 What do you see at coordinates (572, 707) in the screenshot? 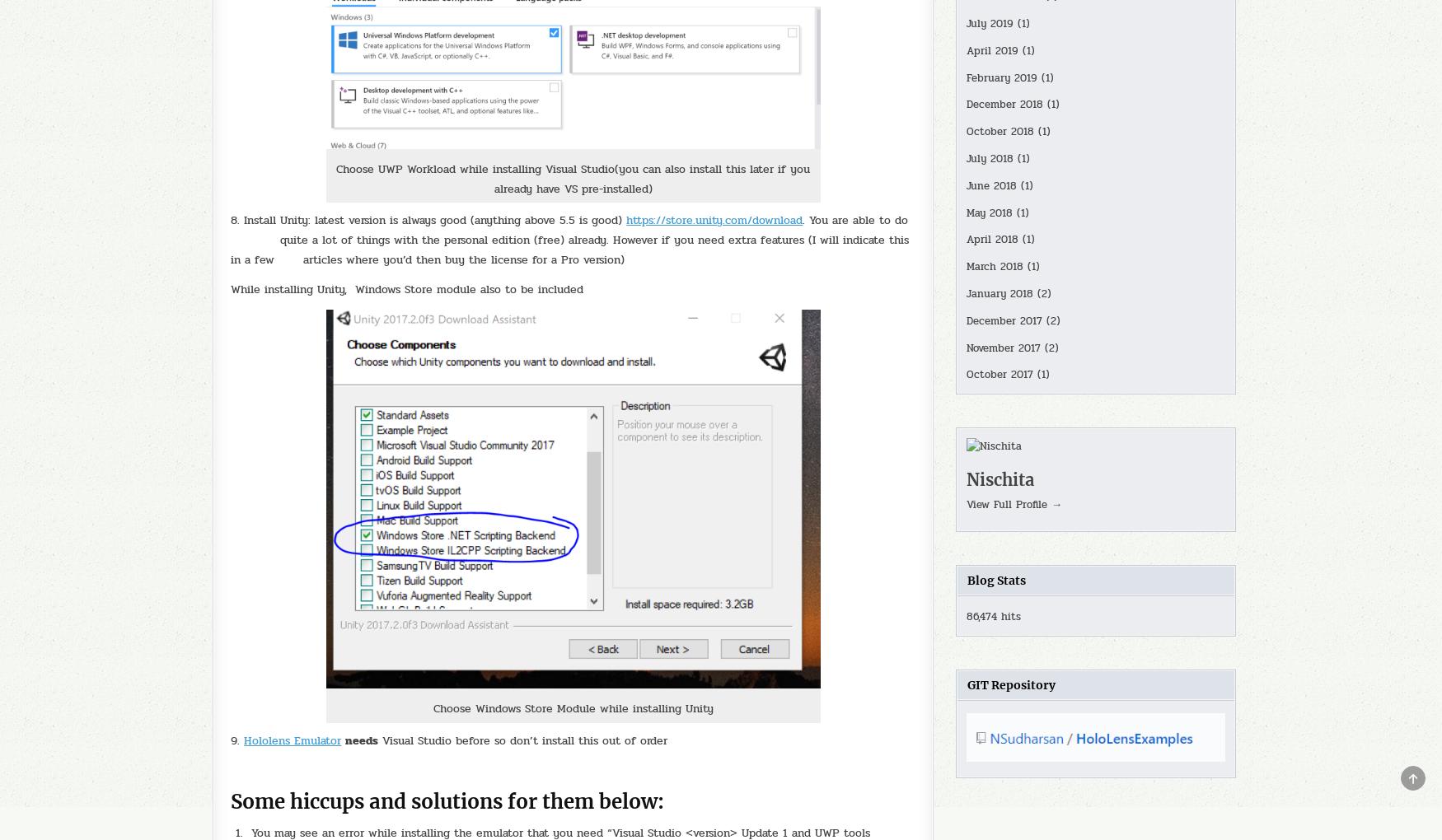
I see `'Choose Windows Store Module while installing Unity'` at bounding box center [572, 707].